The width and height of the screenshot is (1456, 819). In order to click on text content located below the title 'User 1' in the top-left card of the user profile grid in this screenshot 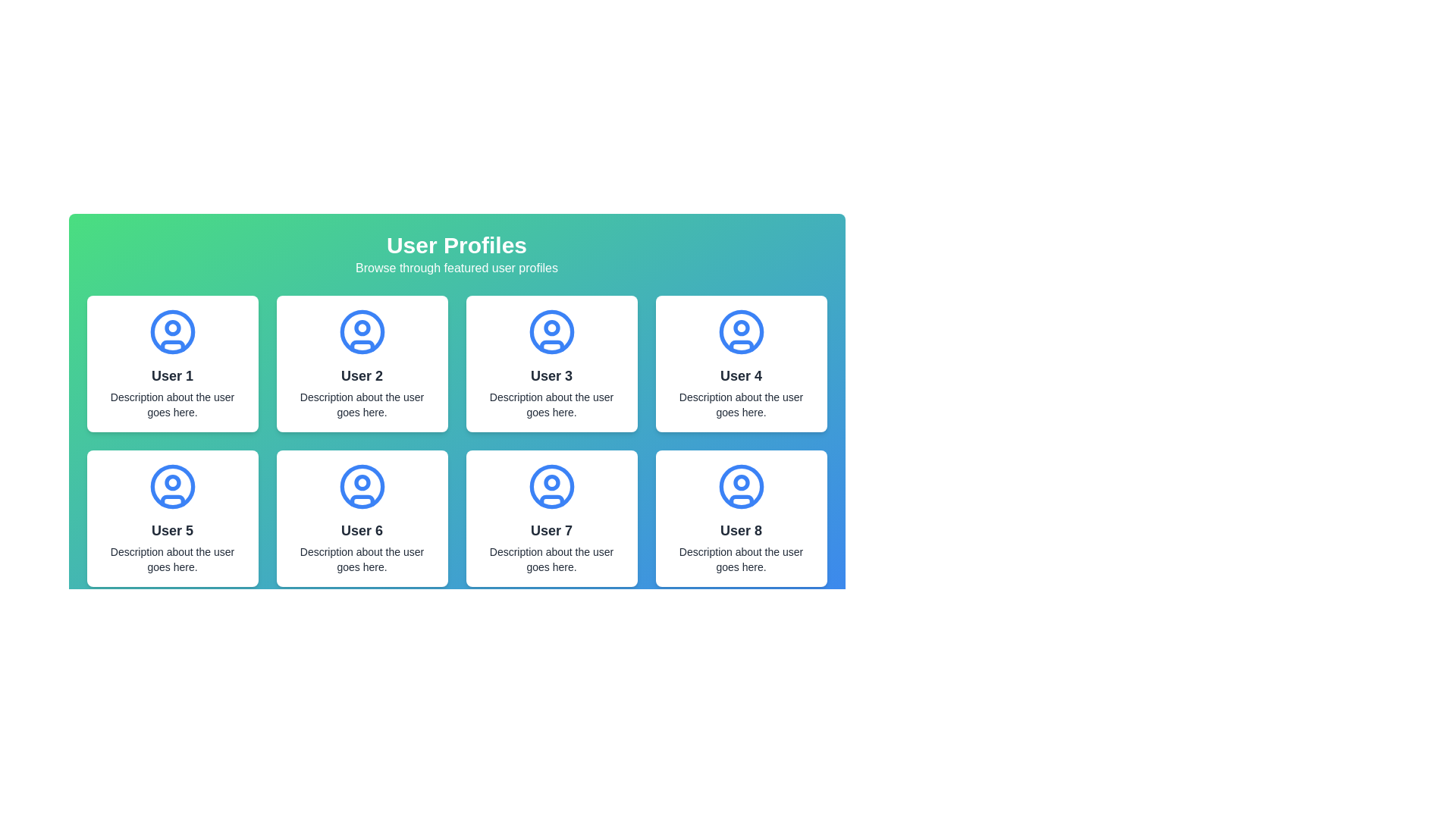, I will do `click(172, 403)`.